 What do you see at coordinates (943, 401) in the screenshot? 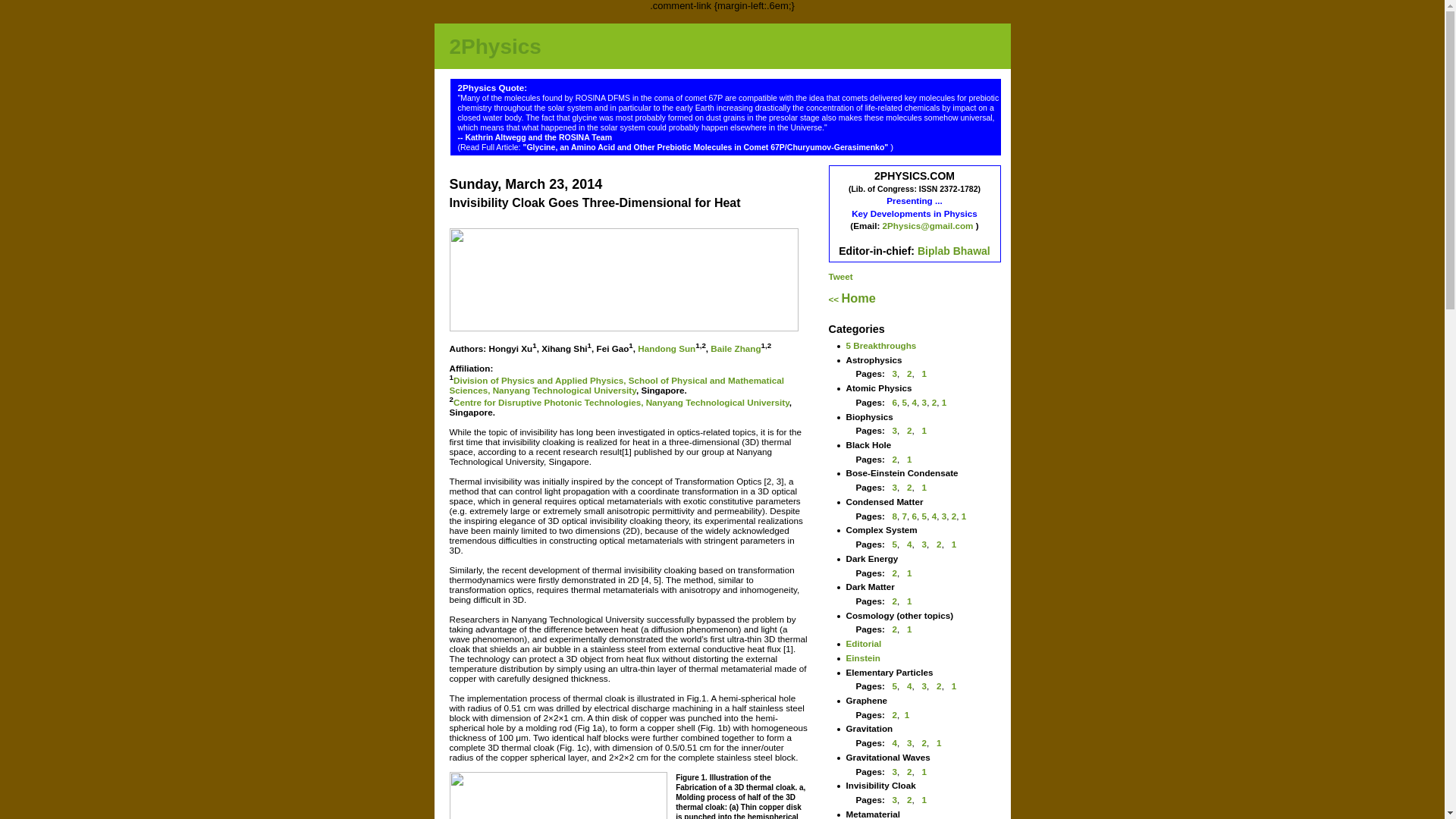
I see `'1'` at bounding box center [943, 401].